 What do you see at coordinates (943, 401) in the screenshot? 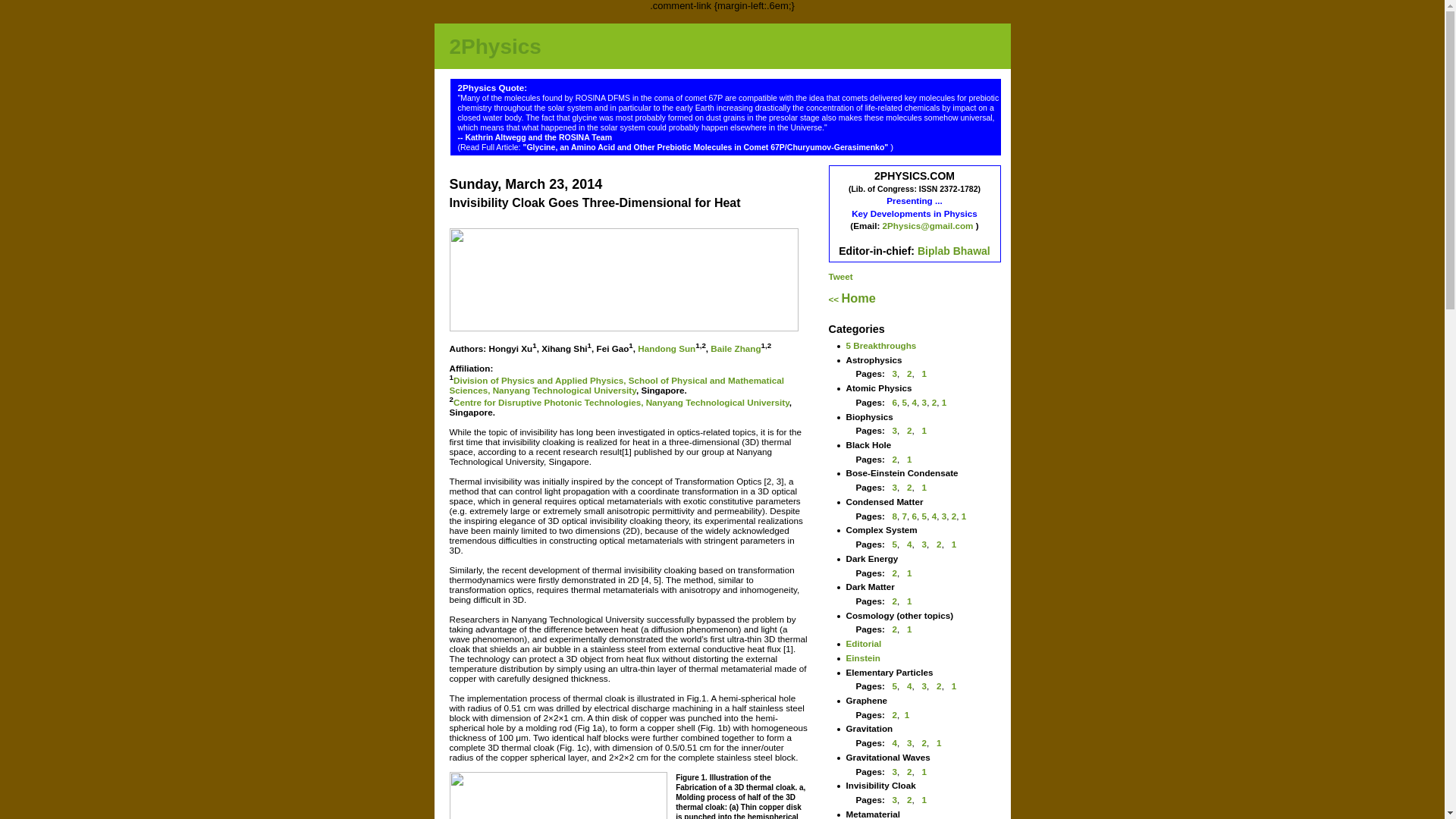
I see `'1'` at bounding box center [943, 401].